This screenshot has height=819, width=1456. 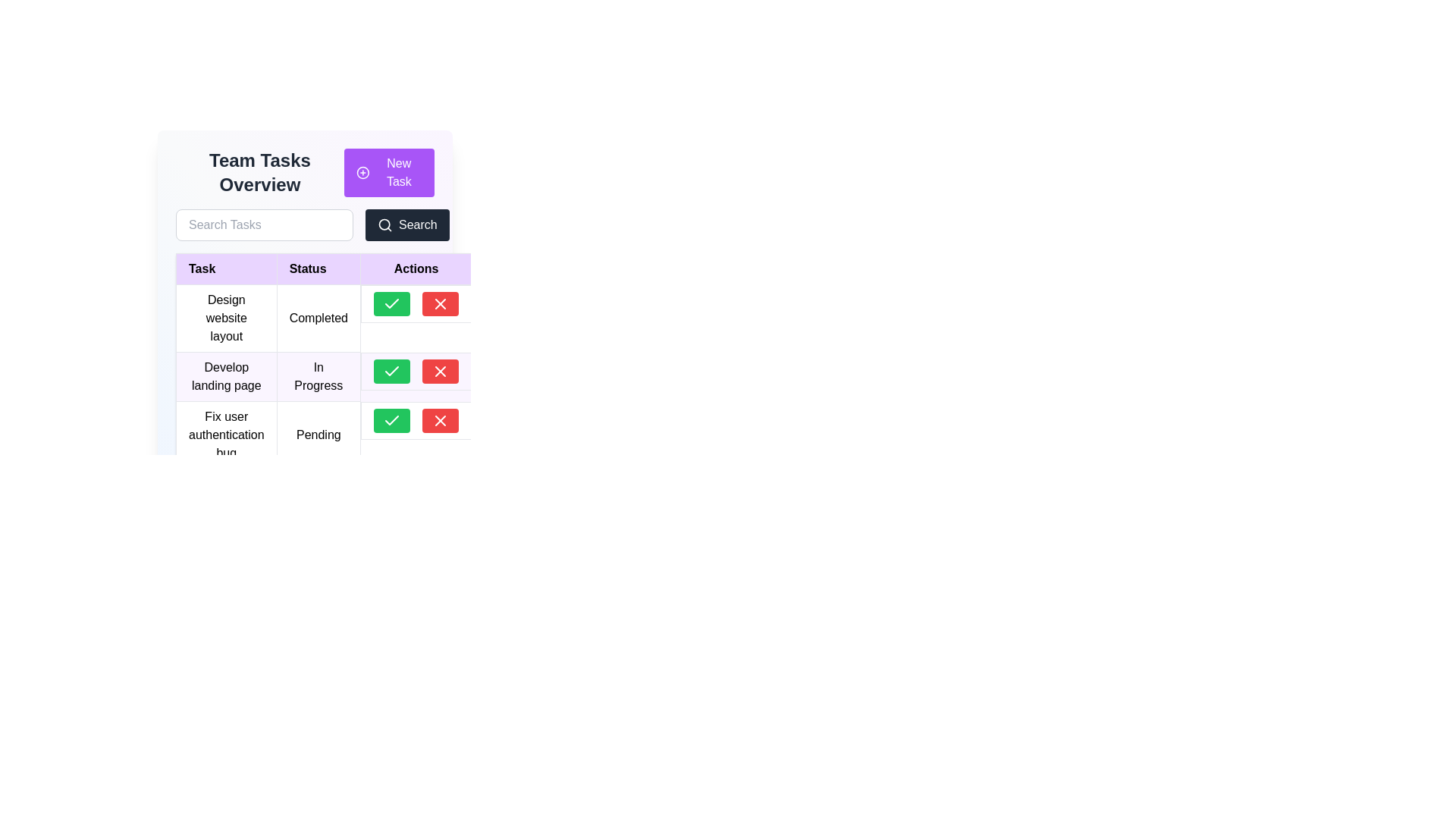 I want to click on the delete button located at the end of the actions column in the task list, so click(x=439, y=304).